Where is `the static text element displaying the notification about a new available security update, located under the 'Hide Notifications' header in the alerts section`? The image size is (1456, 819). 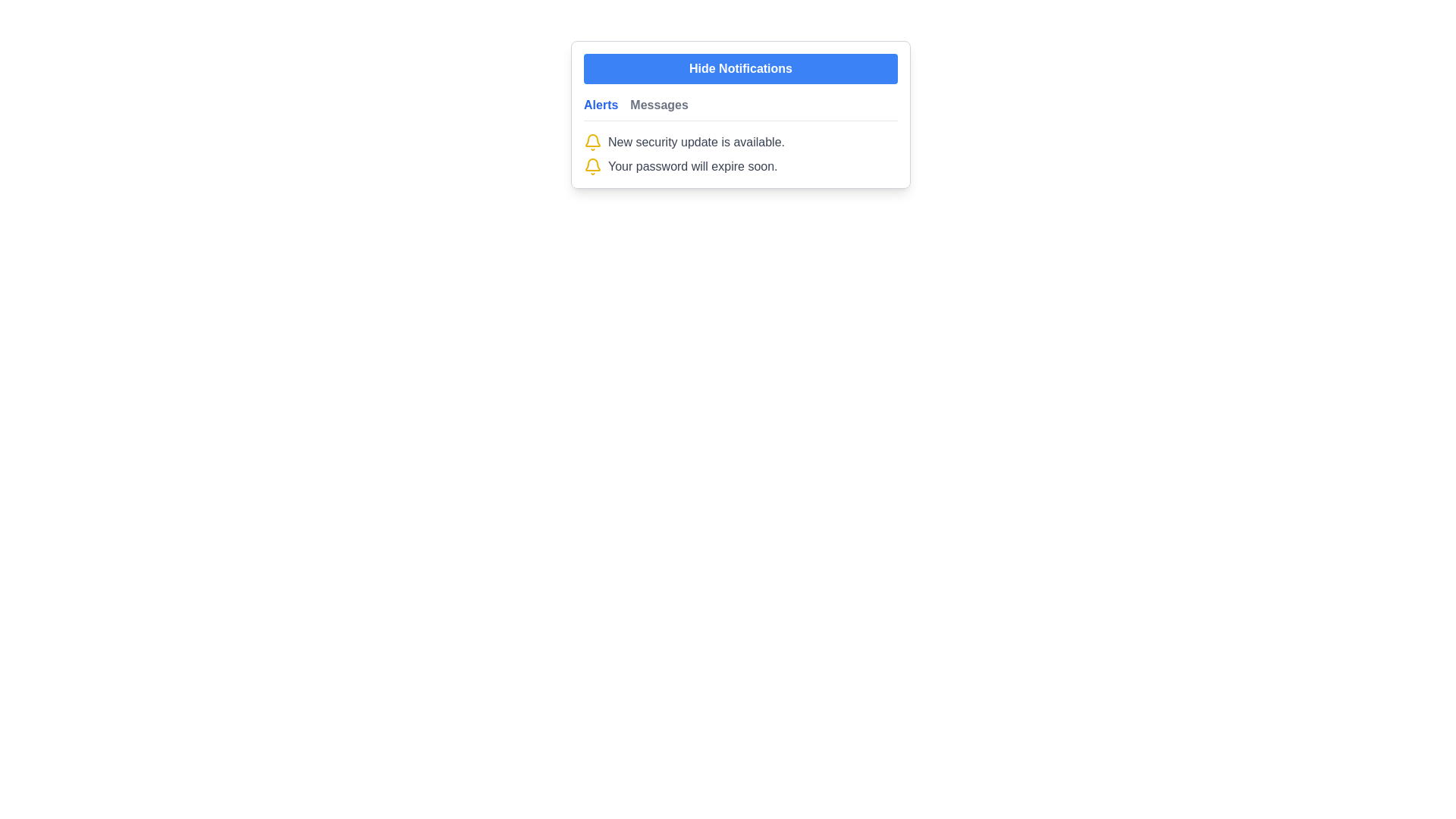 the static text element displaying the notification about a new available security update, located under the 'Hide Notifications' header in the alerts section is located at coordinates (695, 143).